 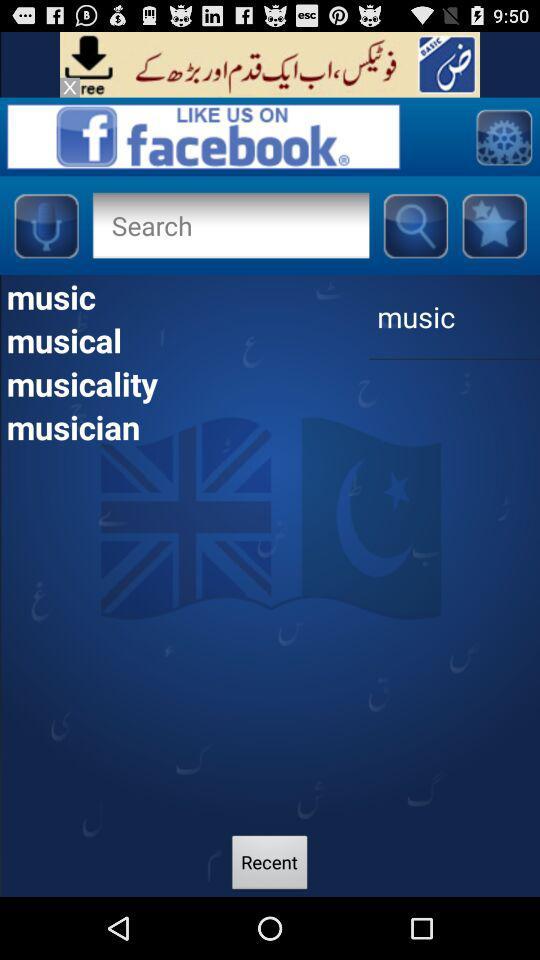 I want to click on search option, so click(x=229, y=225).